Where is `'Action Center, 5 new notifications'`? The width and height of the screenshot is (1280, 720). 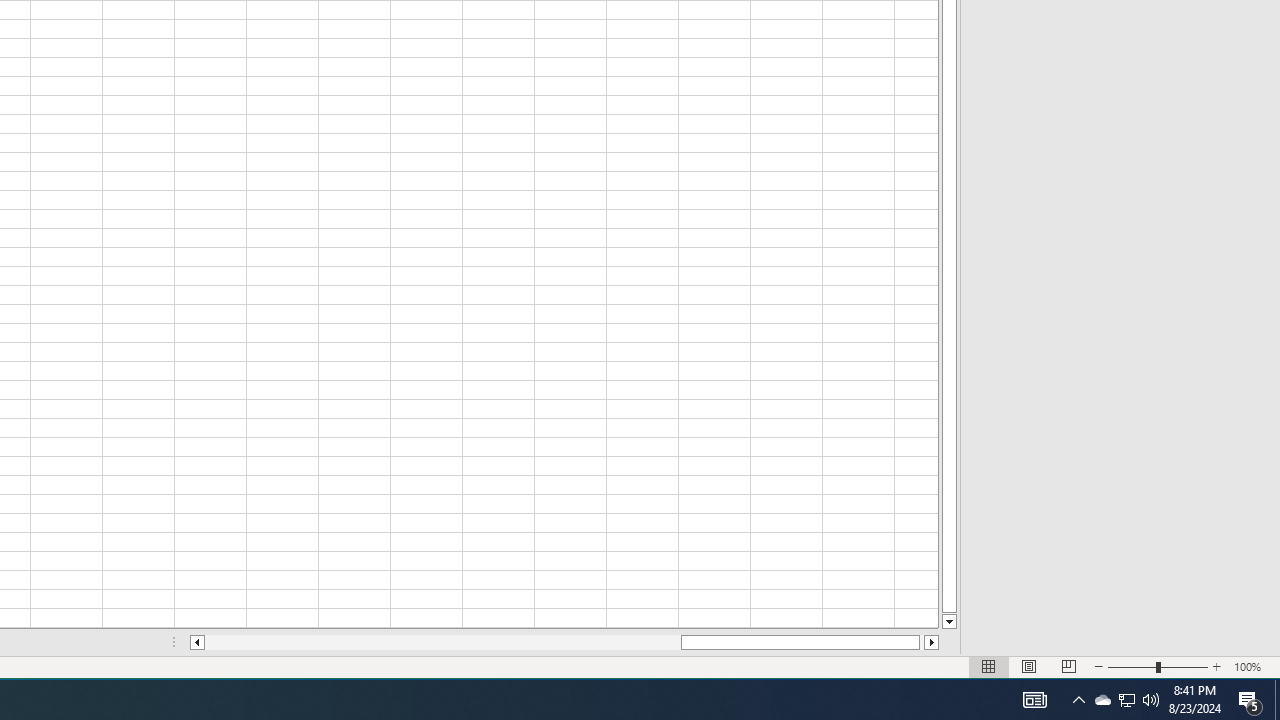 'Action Center, 5 new notifications' is located at coordinates (1250, 698).